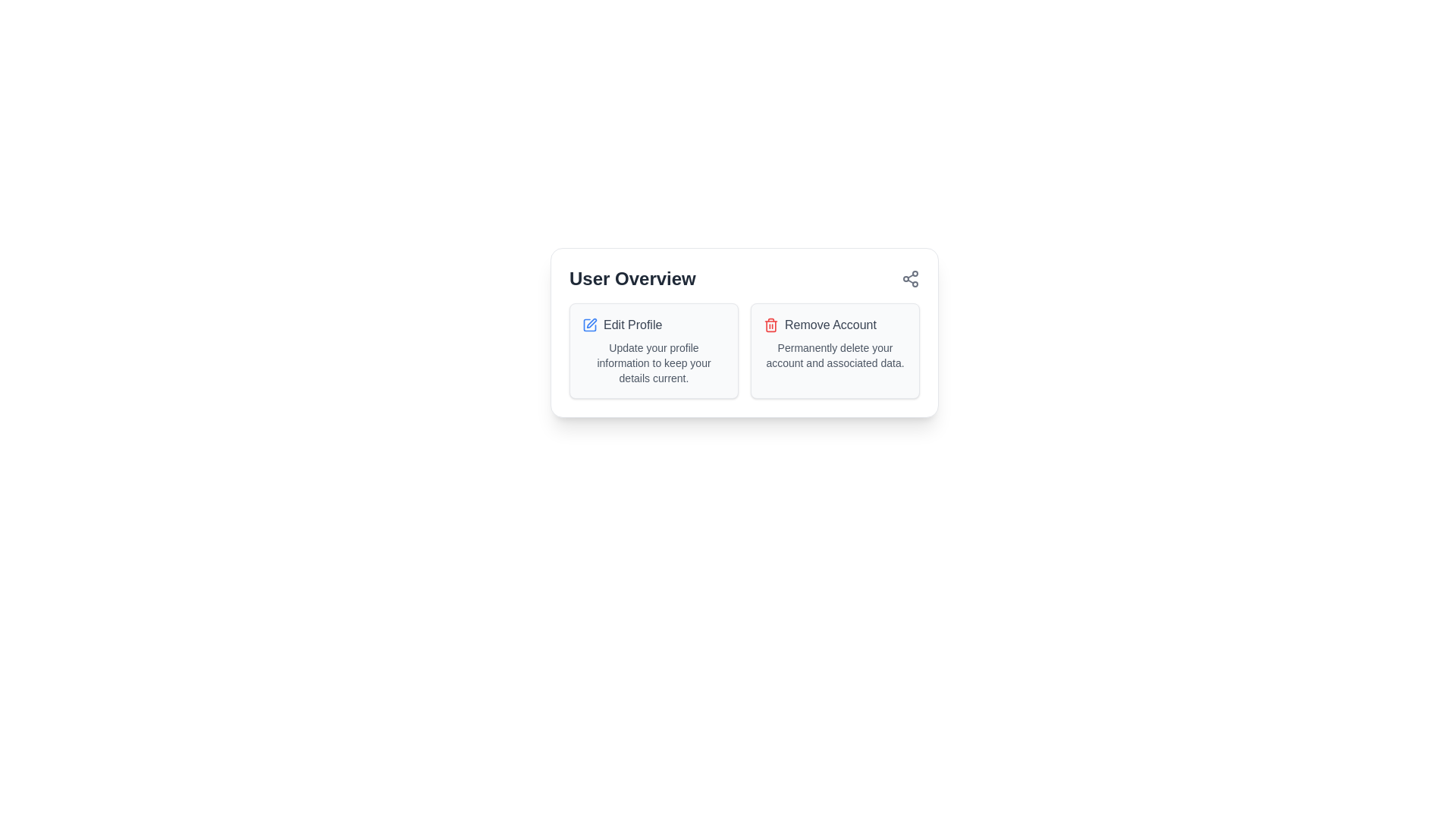  Describe the element at coordinates (654, 324) in the screenshot. I see `the 'Edit Profile' text label, which is adjacent to a blue pen icon, to initiate editing` at that location.